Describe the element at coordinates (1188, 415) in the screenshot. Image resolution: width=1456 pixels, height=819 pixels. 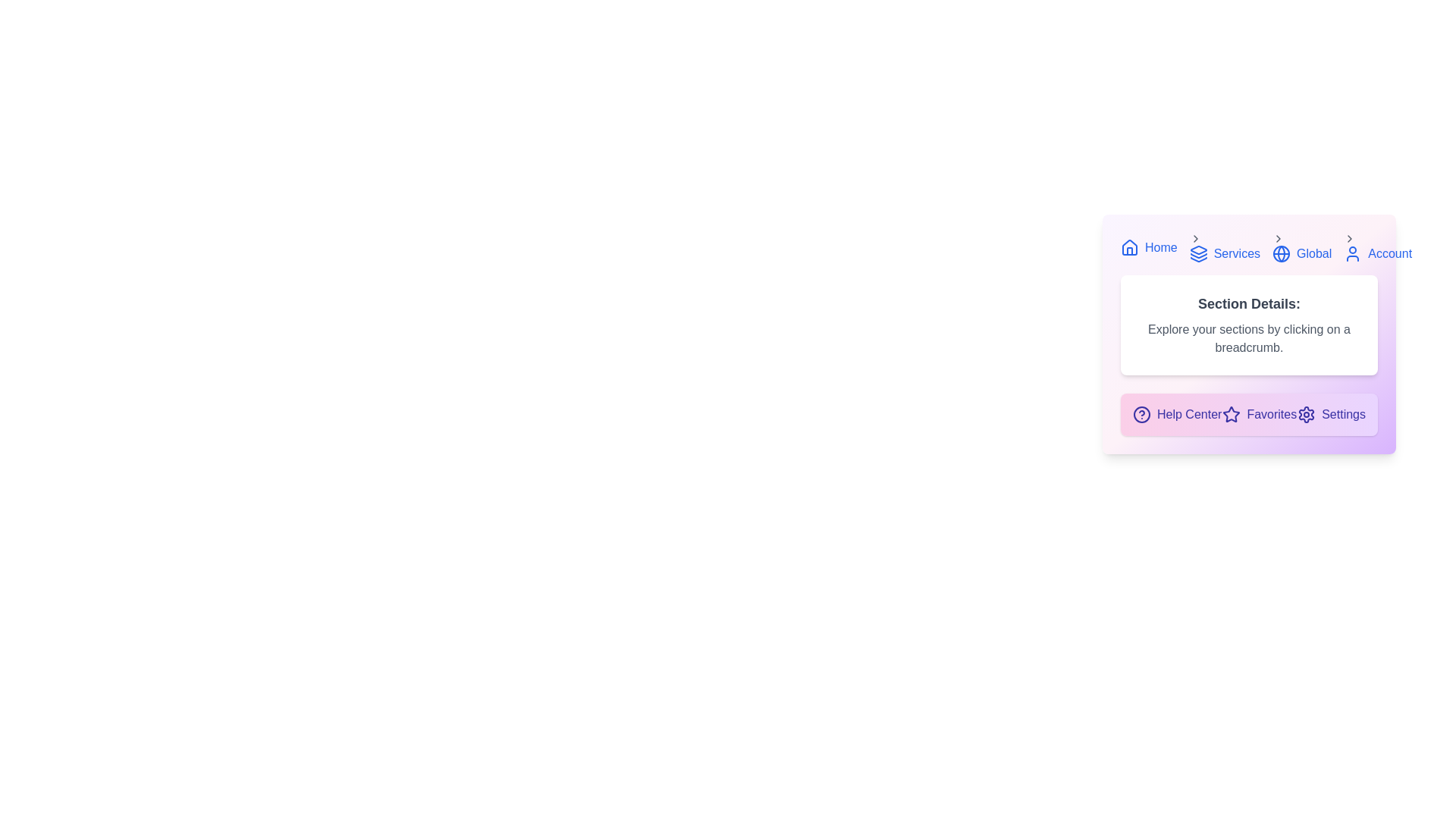
I see `the blue text label reading 'Help Center'` at that location.